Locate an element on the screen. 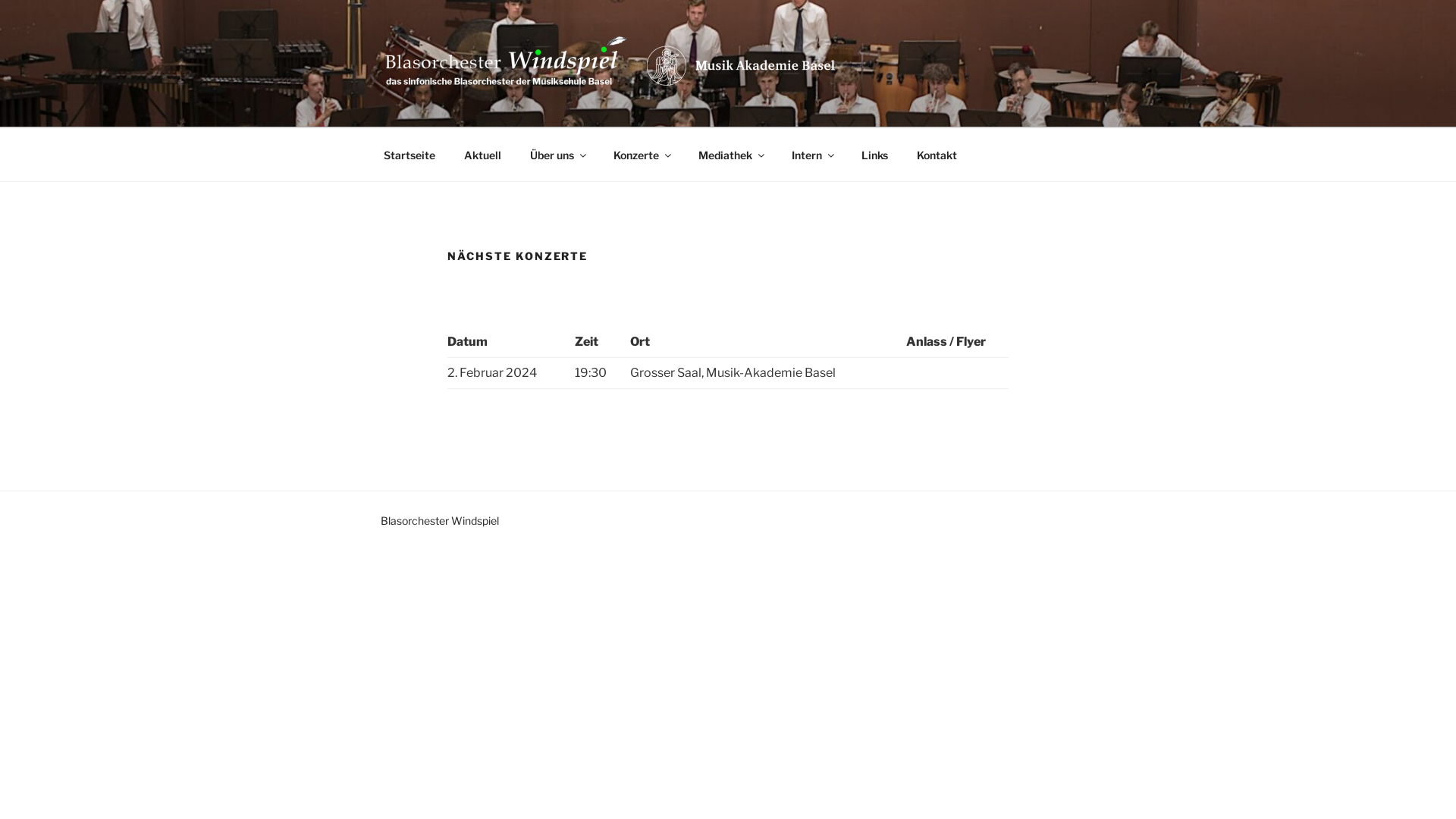  'Aktuell' is located at coordinates (482, 155).